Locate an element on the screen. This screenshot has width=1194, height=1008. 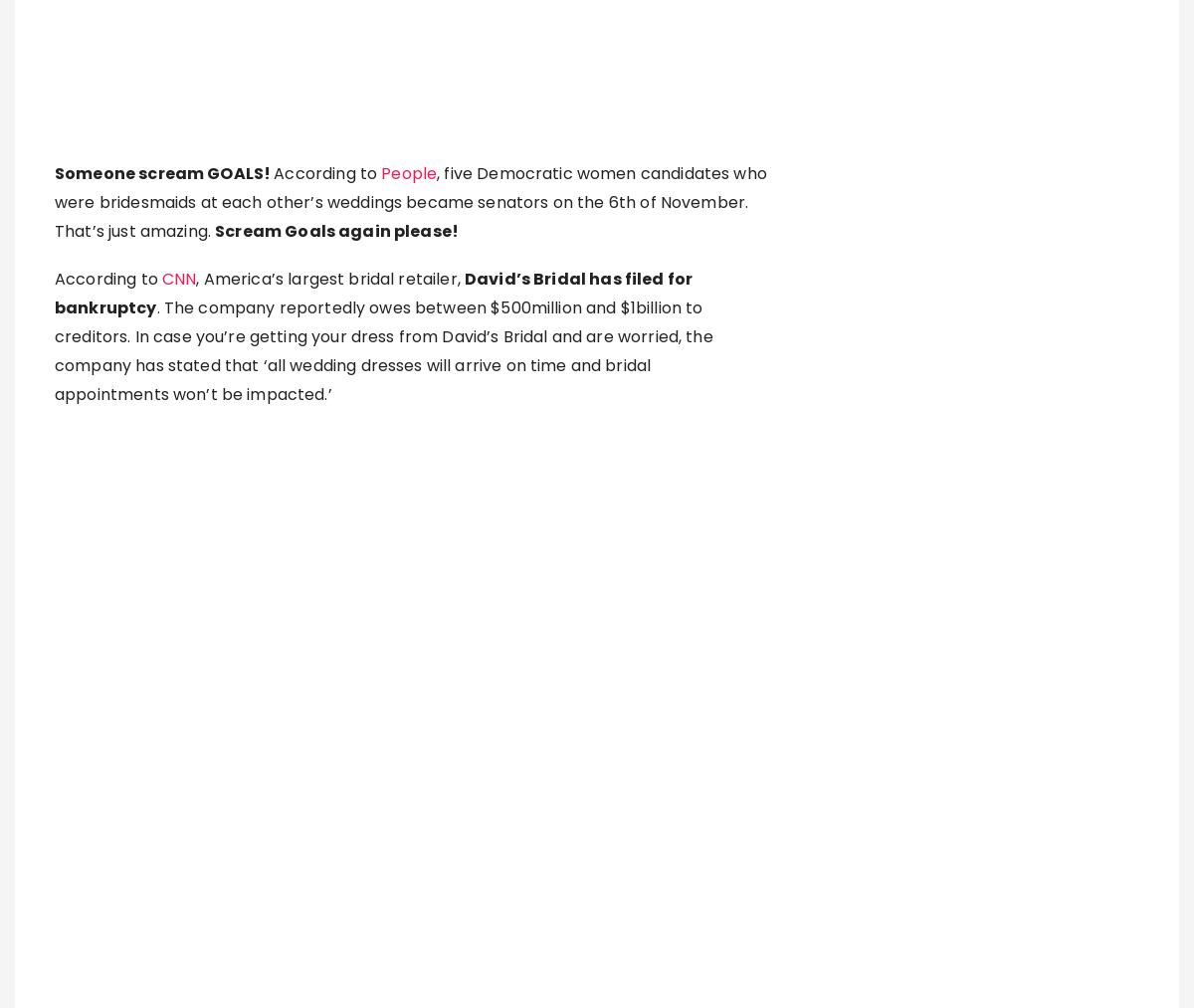
'Christopher Chestnut' is located at coordinates (361, 805).